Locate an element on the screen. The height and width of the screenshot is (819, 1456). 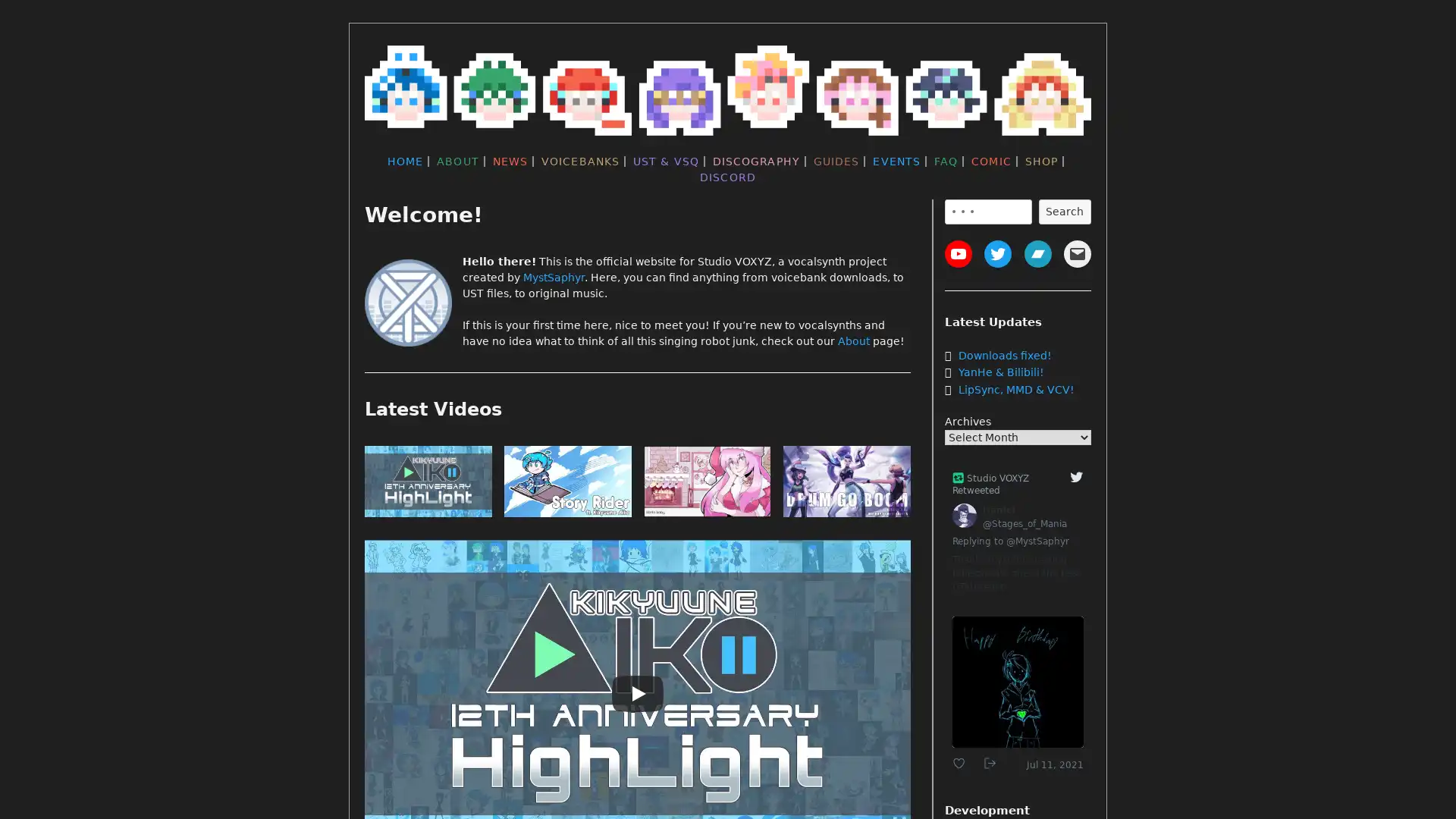
Play is located at coordinates (637, 693).